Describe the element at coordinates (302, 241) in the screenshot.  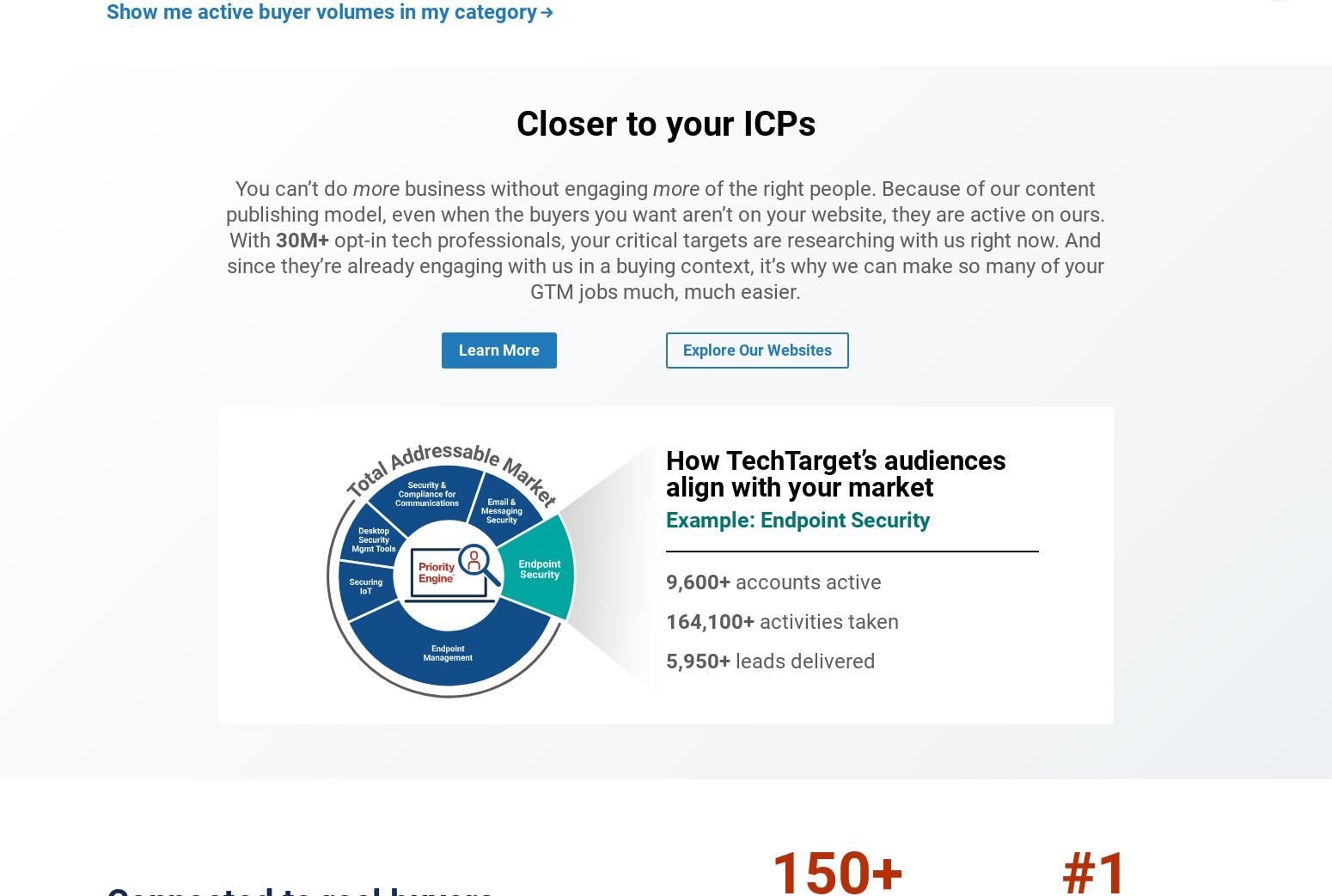
I see `'30M+'` at that location.